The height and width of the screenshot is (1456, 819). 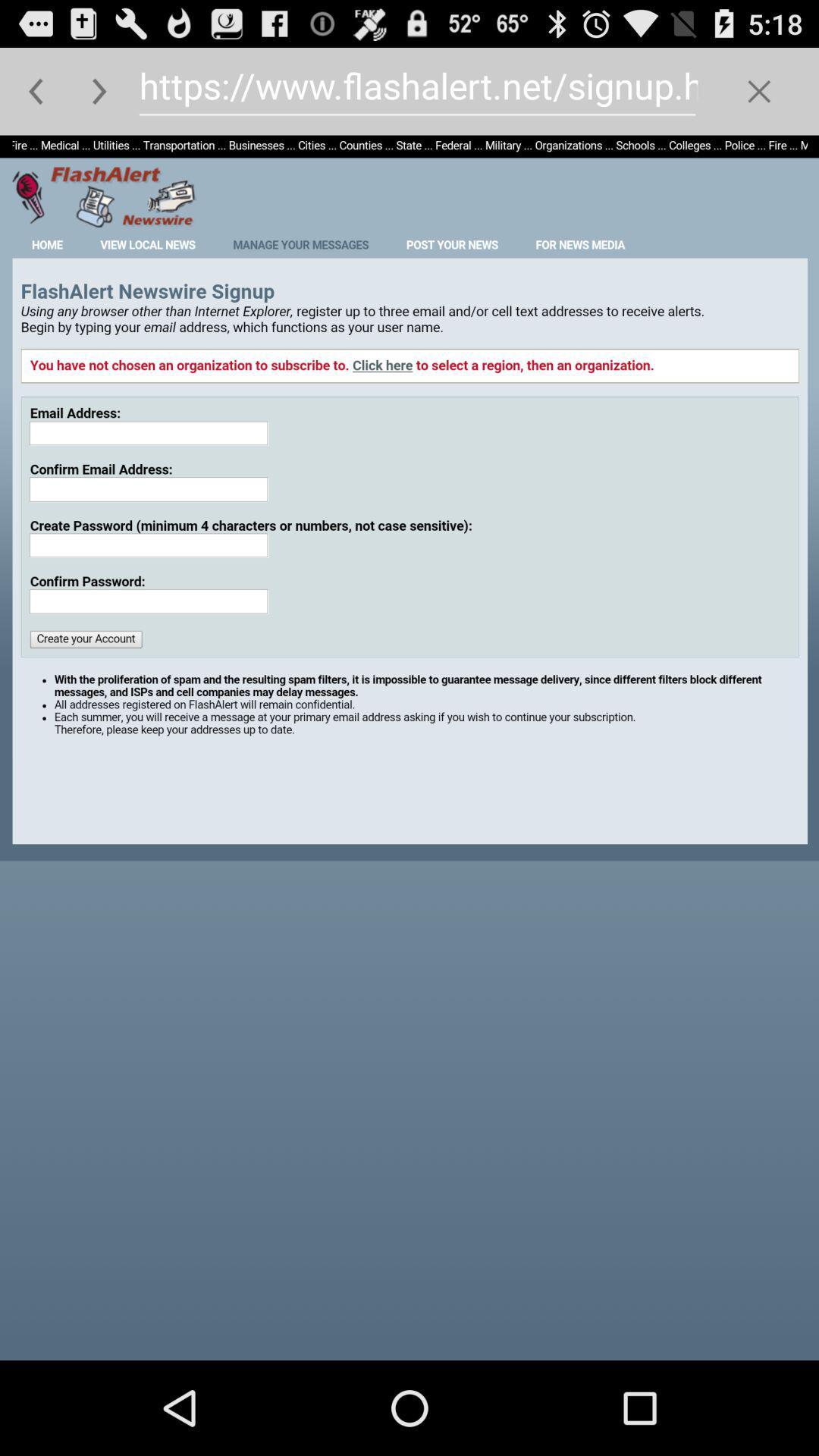 What do you see at coordinates (759, 97) in the screenshot?
I see `the close icon` at bounding box center [759, 97].